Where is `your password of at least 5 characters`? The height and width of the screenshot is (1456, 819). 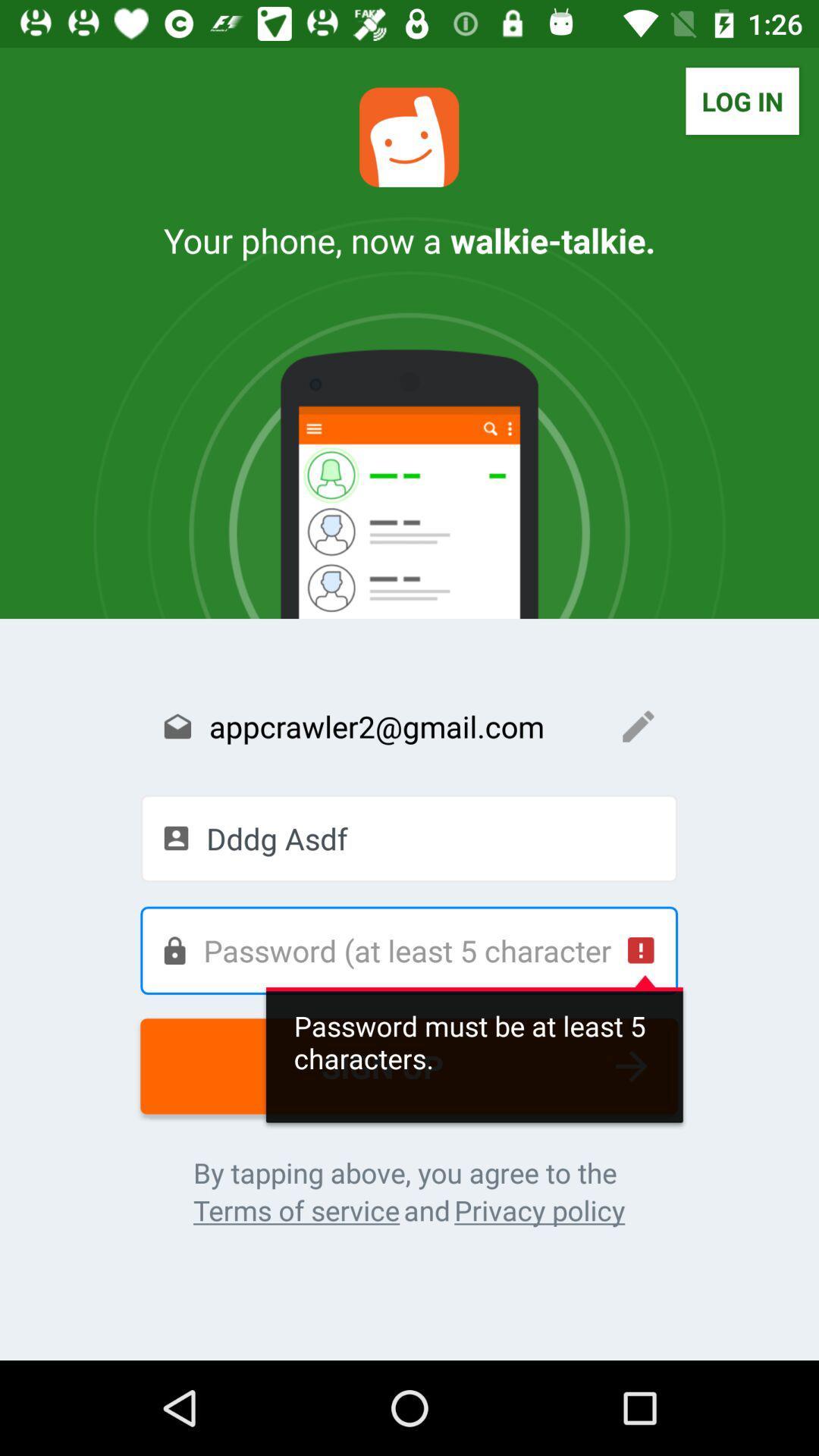
your password of at least 5 characters is located at coordinates (408, 949).